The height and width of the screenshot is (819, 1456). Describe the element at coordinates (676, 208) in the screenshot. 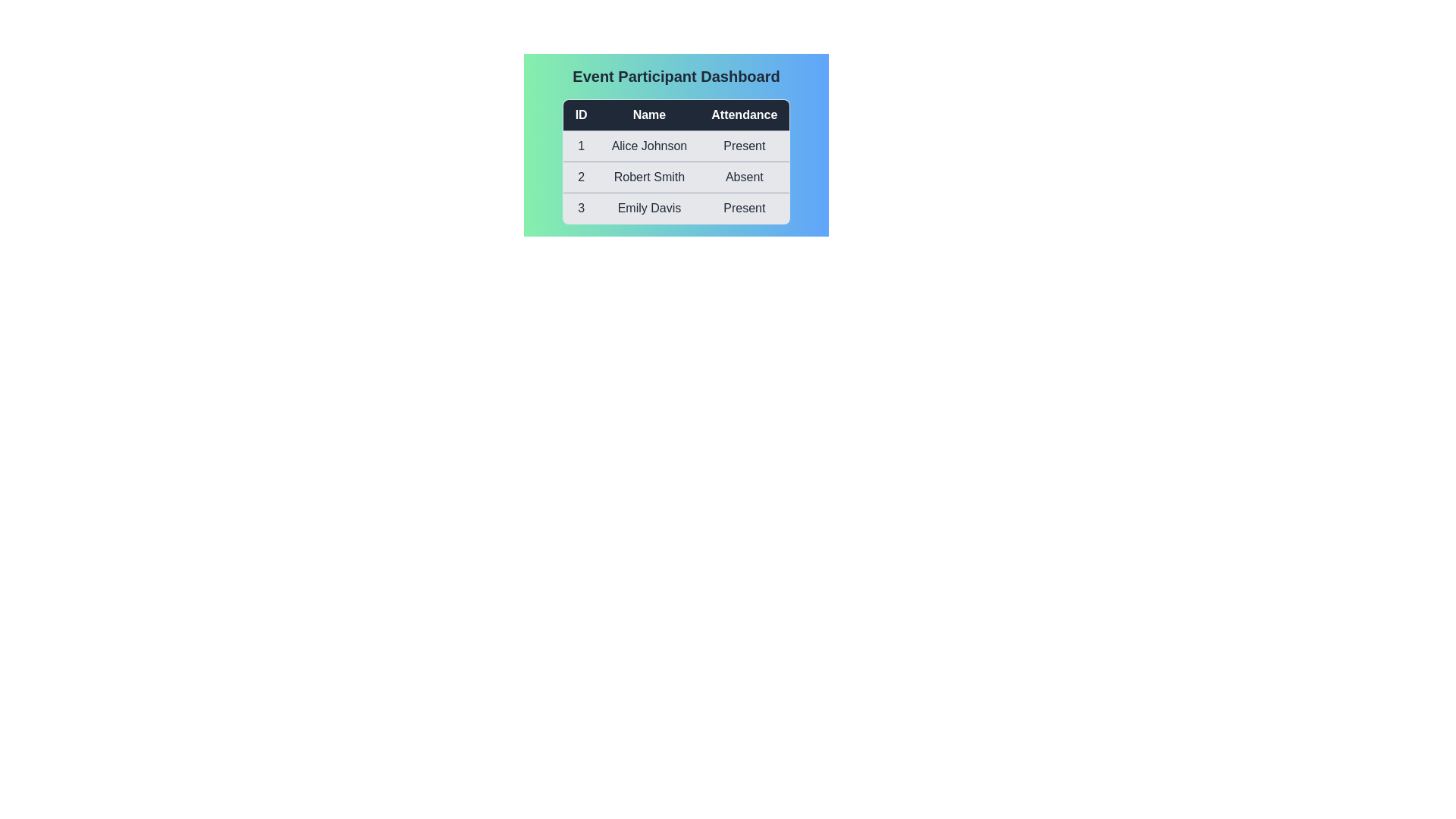

I see `the third row in the attendance table, which displays the ID, name, and attendance status of an individual` at that location.